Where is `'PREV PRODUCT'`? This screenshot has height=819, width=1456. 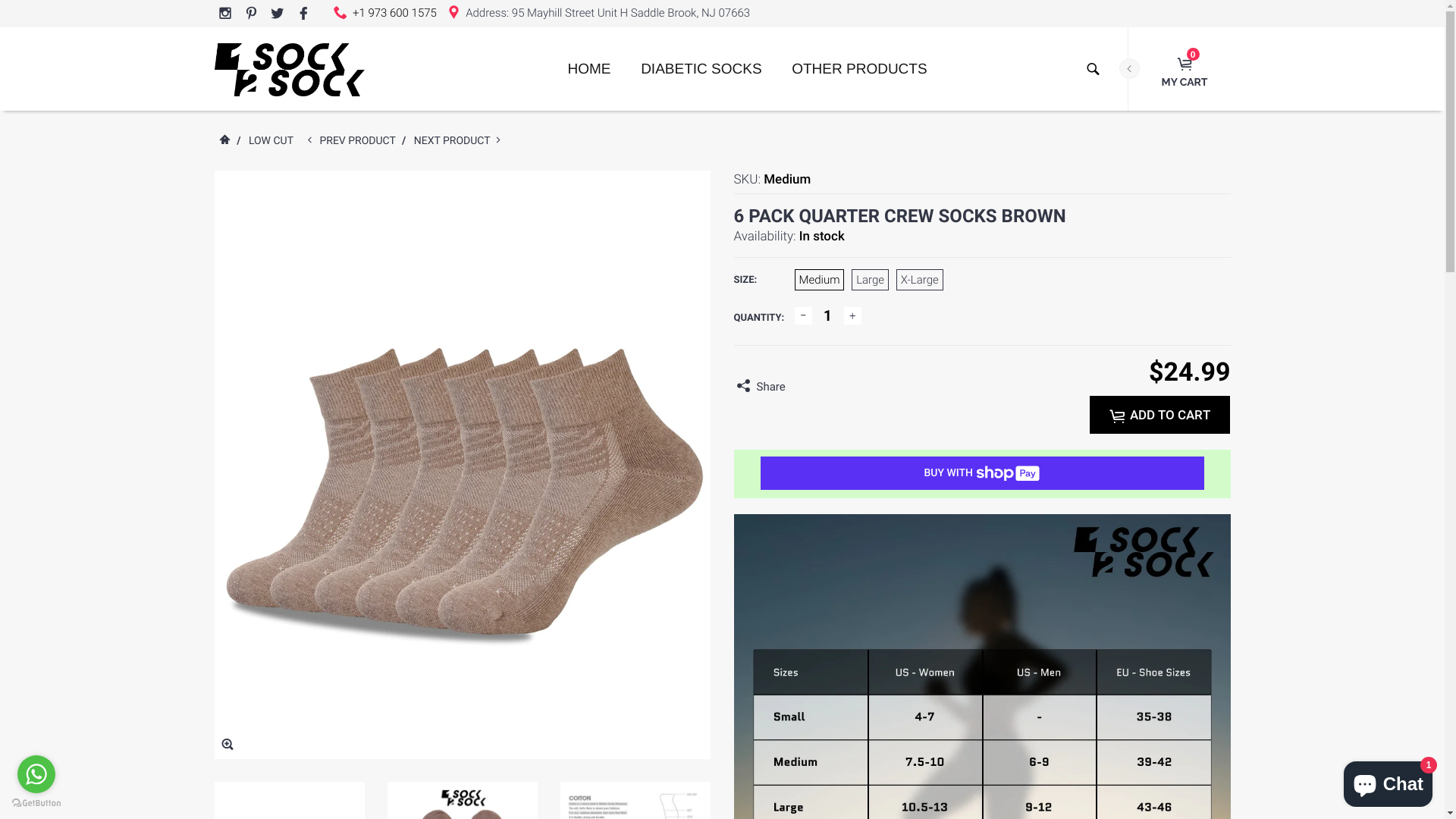 'PREV PRODUCT' is located at coordinates (356, 140).